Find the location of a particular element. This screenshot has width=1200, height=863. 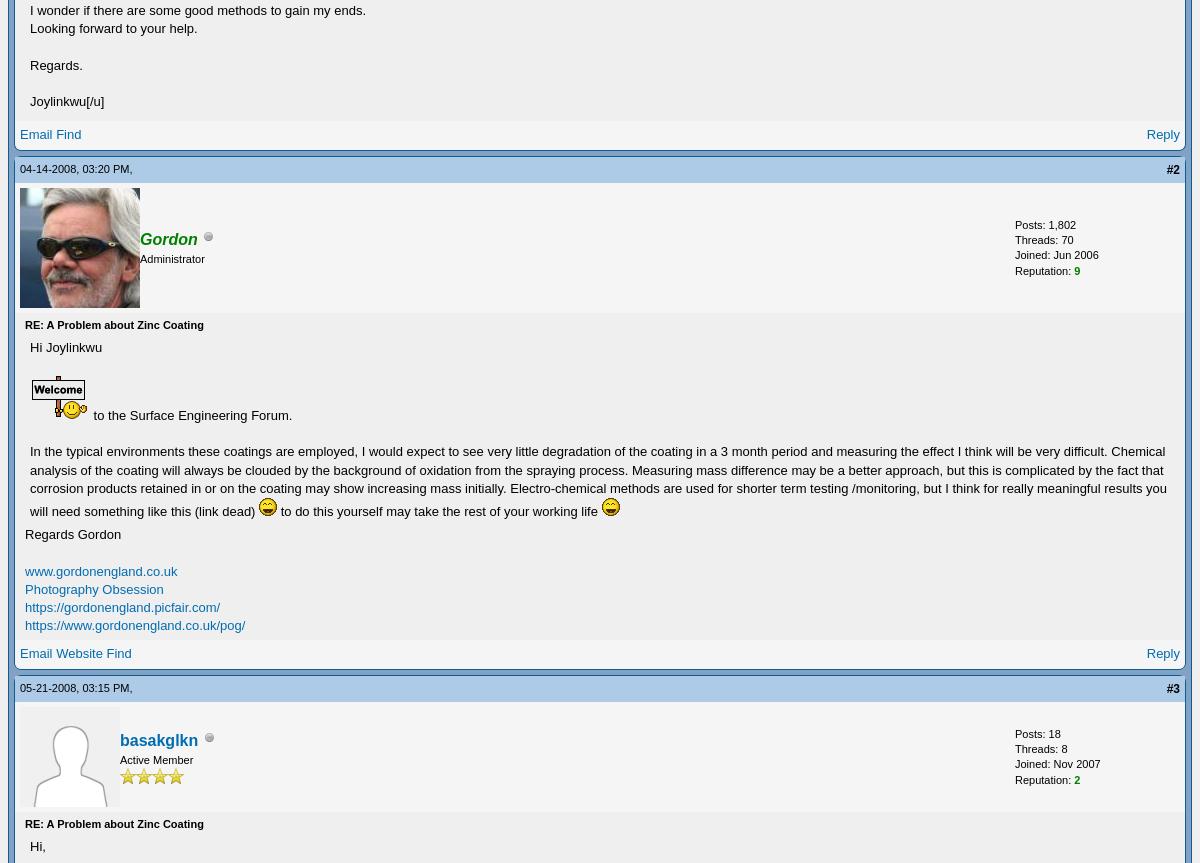

'https://www.gordonengland.co.uk/pog/' is located at coordinates (135, 624).